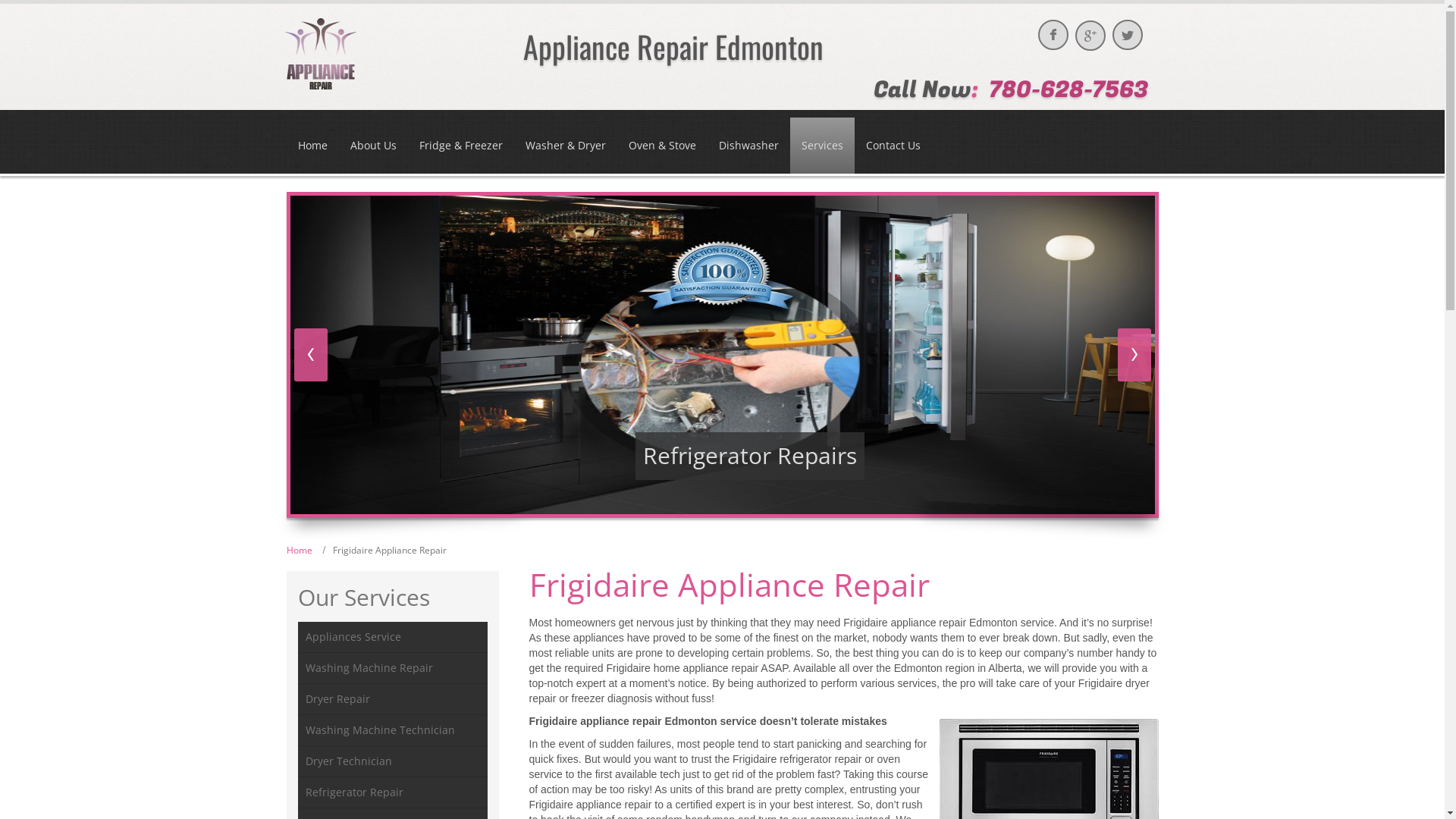 The height and width of the screenshot is (819, 1456). Describe the element at coordinates (392, 761) in the screenshot. I see `'Dryer Technician'` at that location.